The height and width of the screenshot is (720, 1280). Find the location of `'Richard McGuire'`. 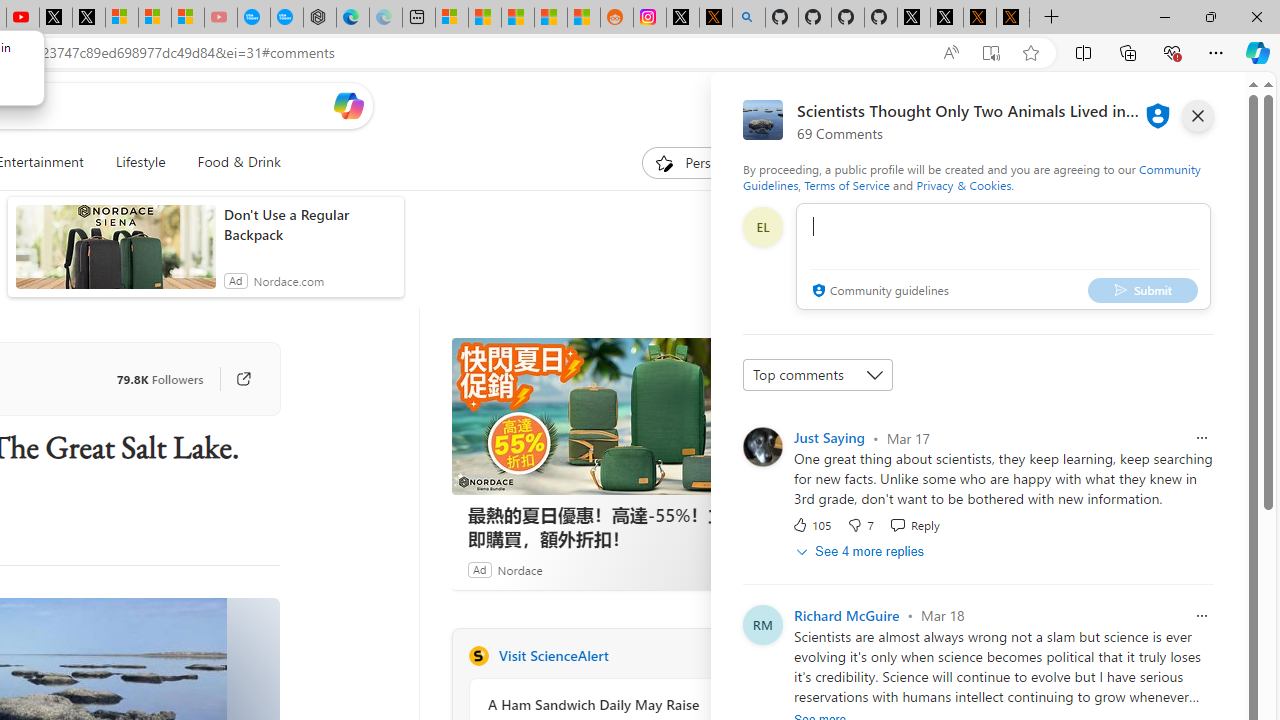

'Richard McGuire' is located at coordinates (846, 614).